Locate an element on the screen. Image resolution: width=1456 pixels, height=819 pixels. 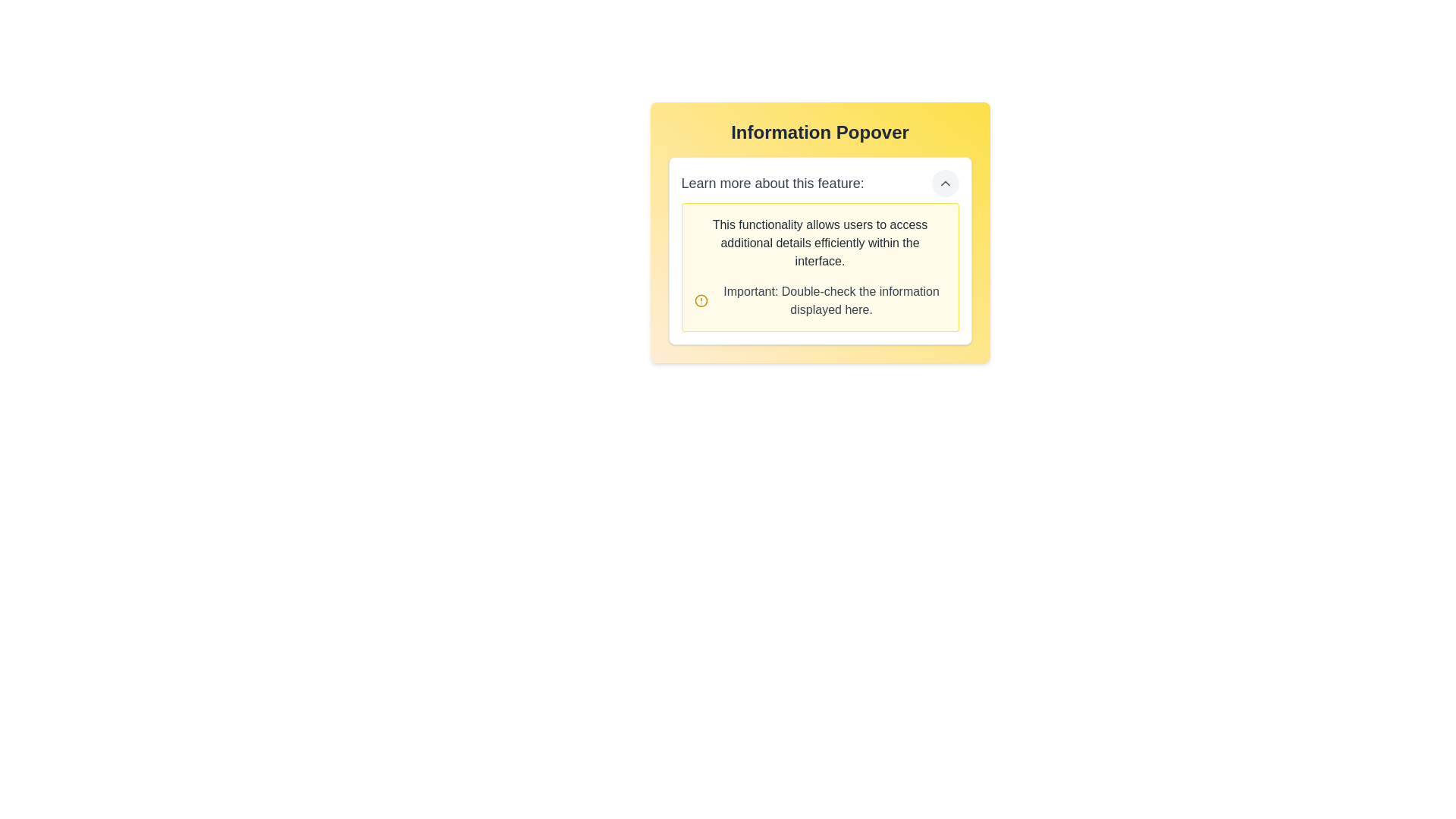
the yellow circular graphical icon within the warning icon located on the right-hand side of the Information Popover is located at coordinates (700, 301).